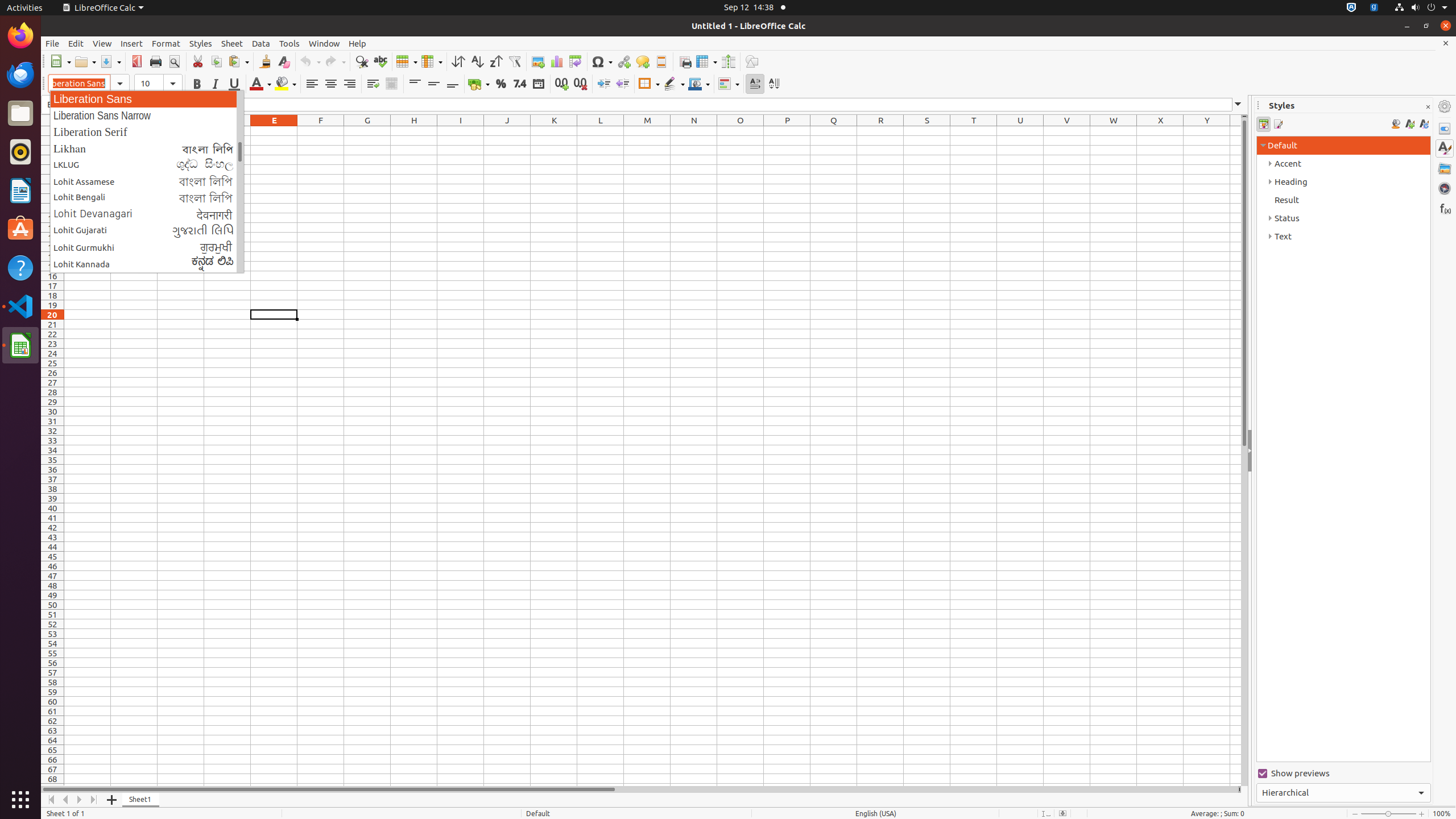 The image size is (1456, 819). What do you see at coordinates (288, 43) in the screenshot?
I see `'Tools'` at bounding box center [288, 43].